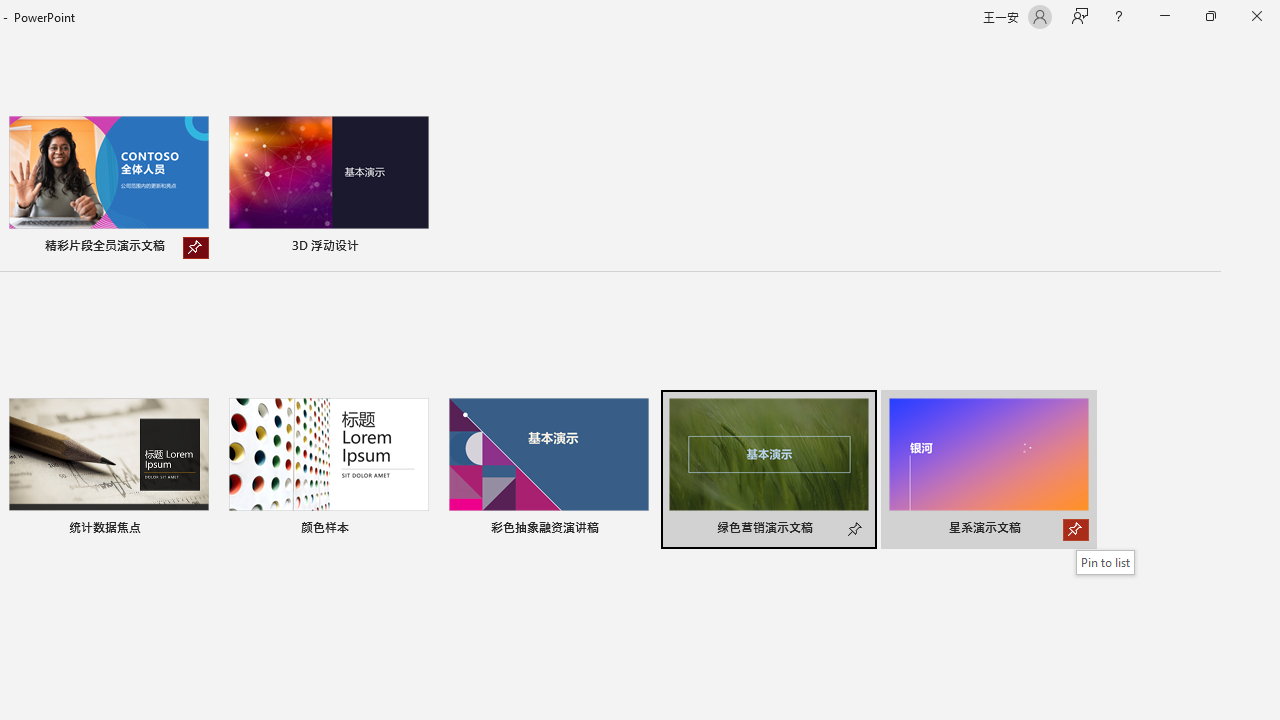 The height and width of the screenshot is (720, 1280). I want to click on 'Unpin from list', so click(195, 247).